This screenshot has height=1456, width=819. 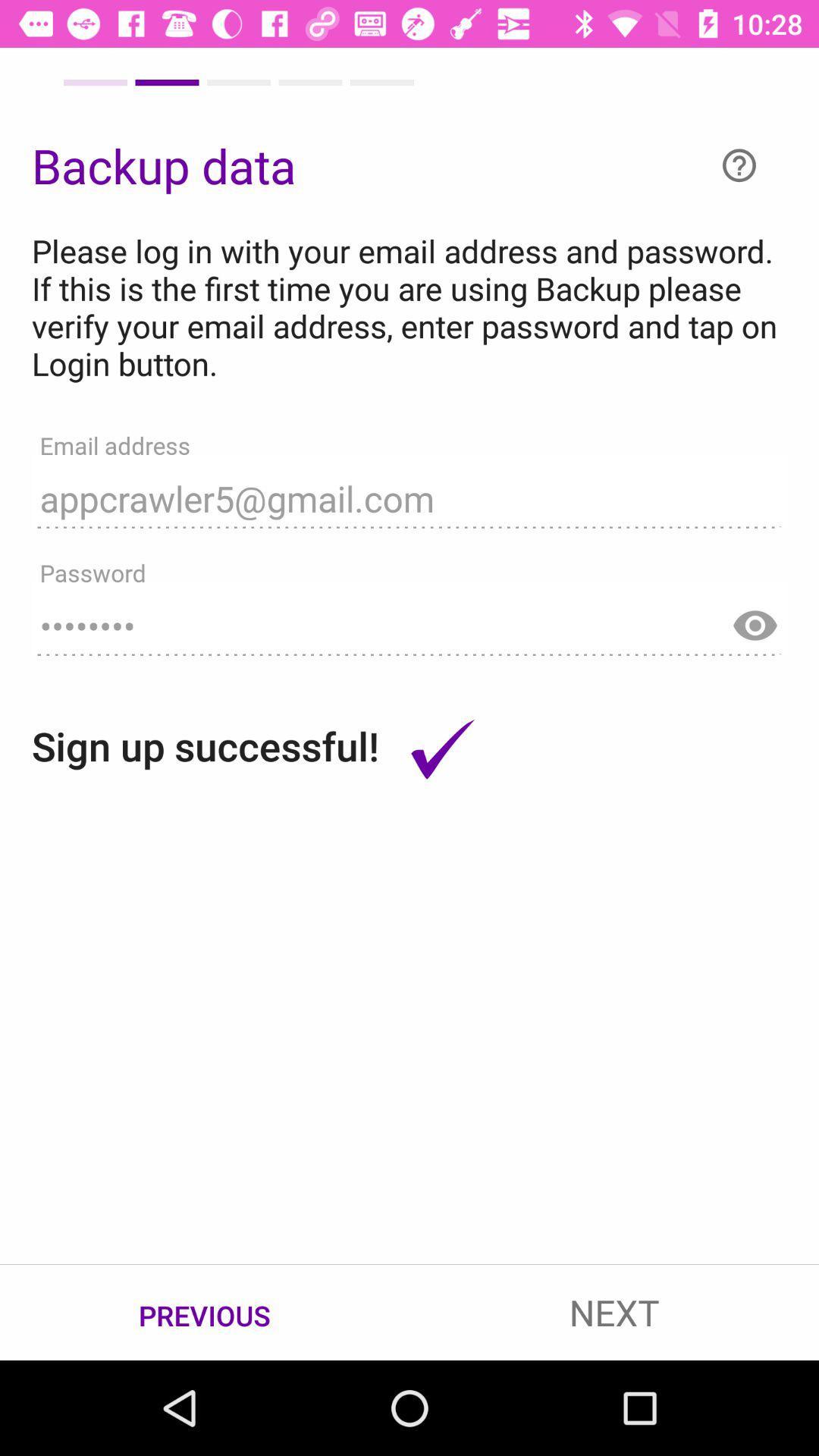 I want to click on the icon at the bottom right corner, so click(x=614, y=1312).